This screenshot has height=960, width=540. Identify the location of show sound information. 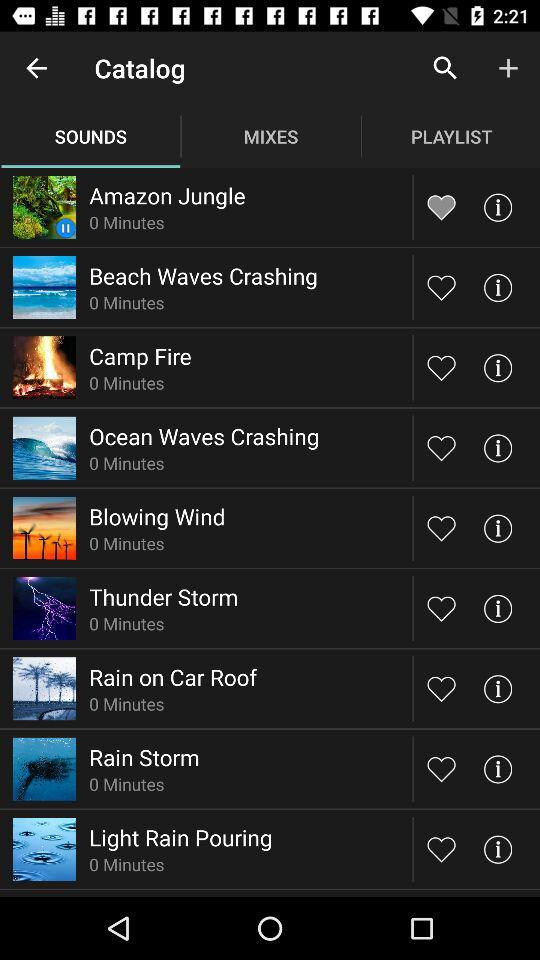
(496, 688).